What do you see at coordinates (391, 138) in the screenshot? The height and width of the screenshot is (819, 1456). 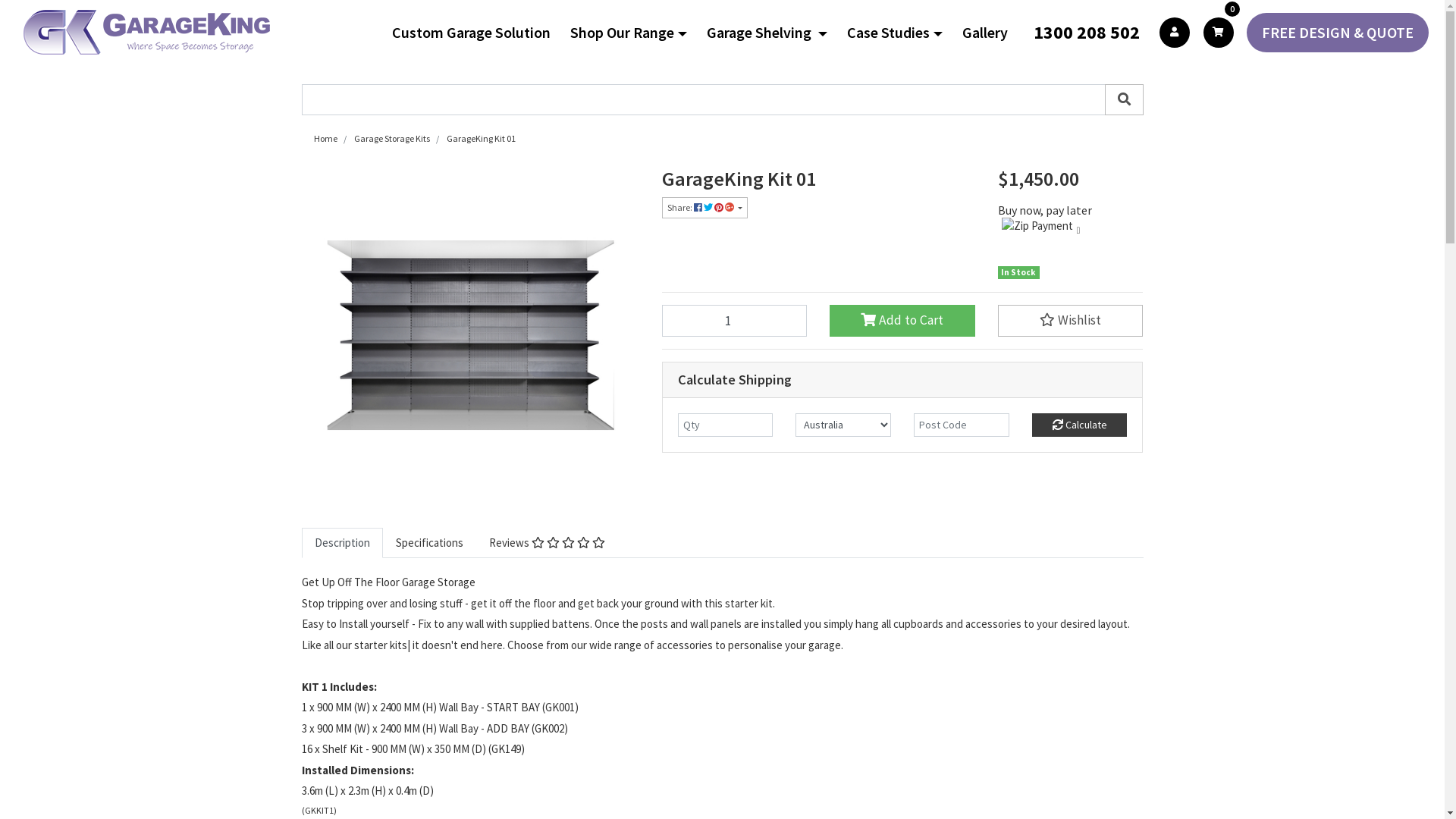 I see `'Garage Storage Kits'` at bounding box center [391, 138].